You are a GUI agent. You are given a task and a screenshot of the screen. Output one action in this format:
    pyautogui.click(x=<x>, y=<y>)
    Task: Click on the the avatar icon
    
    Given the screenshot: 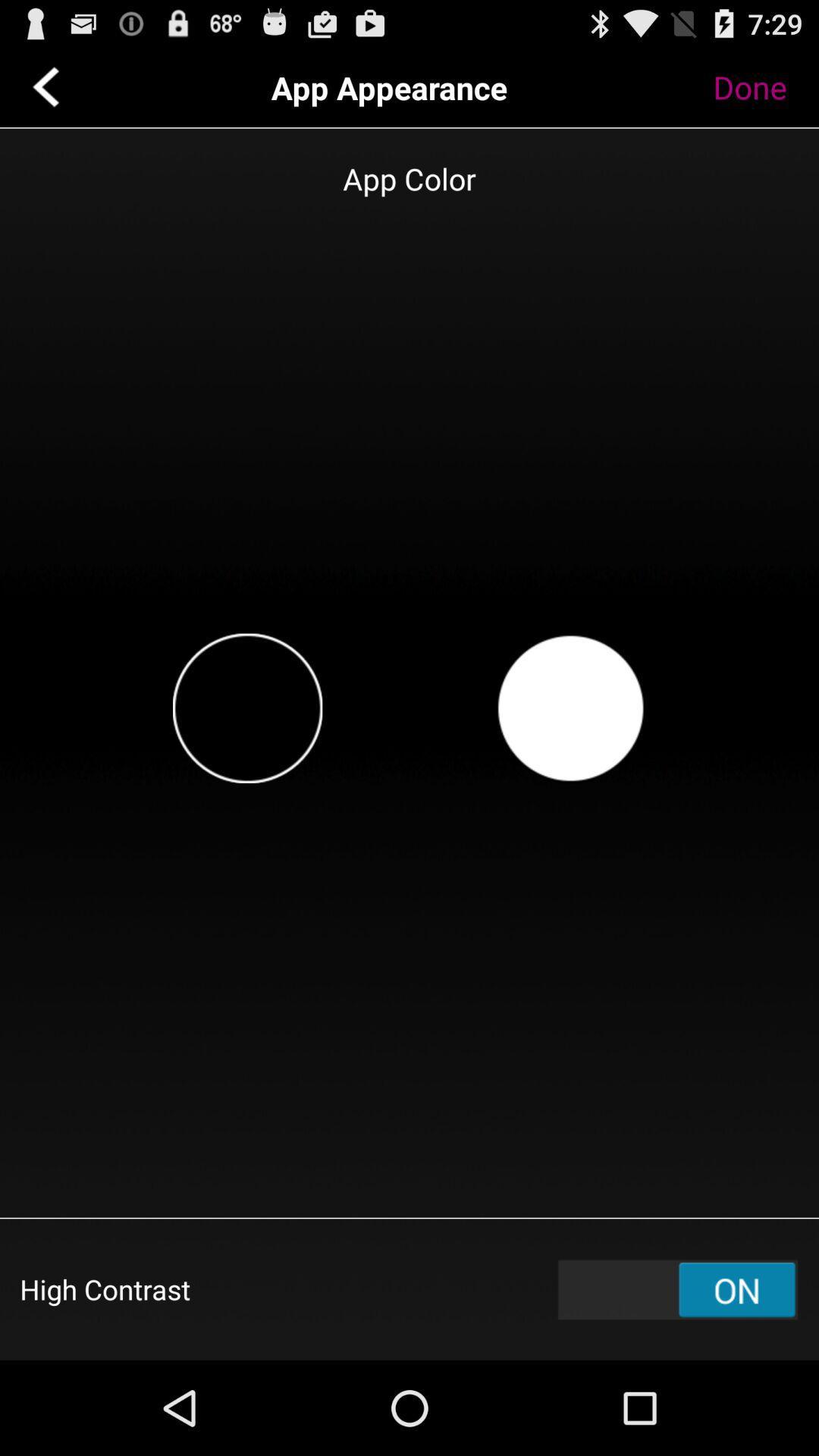 What is the action you would take?
    pyautogui.click(x=570, y=758)
    